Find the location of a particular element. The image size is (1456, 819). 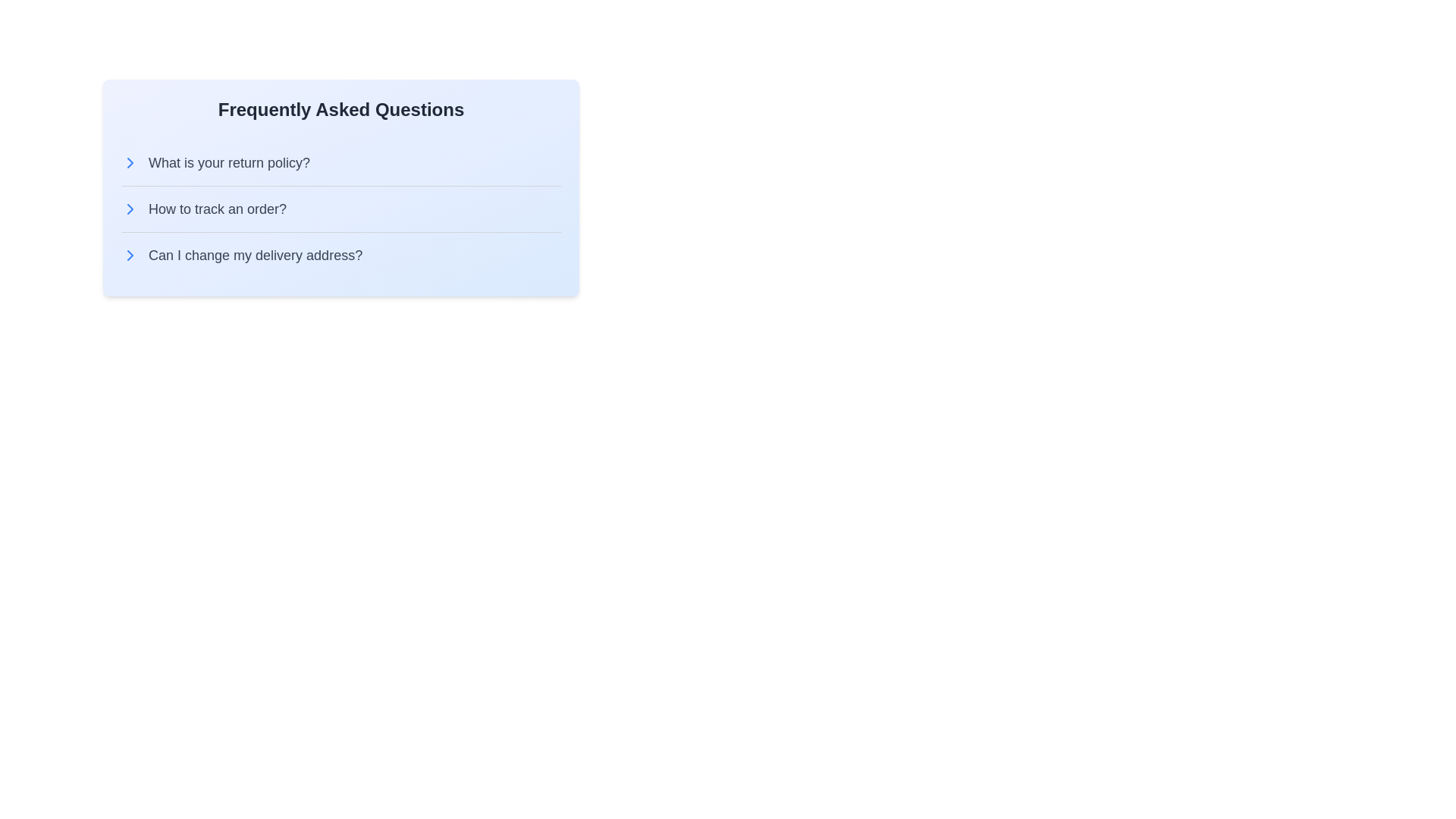

the button labeled 'What is your return policy?' is located at coordinates (340, 163).